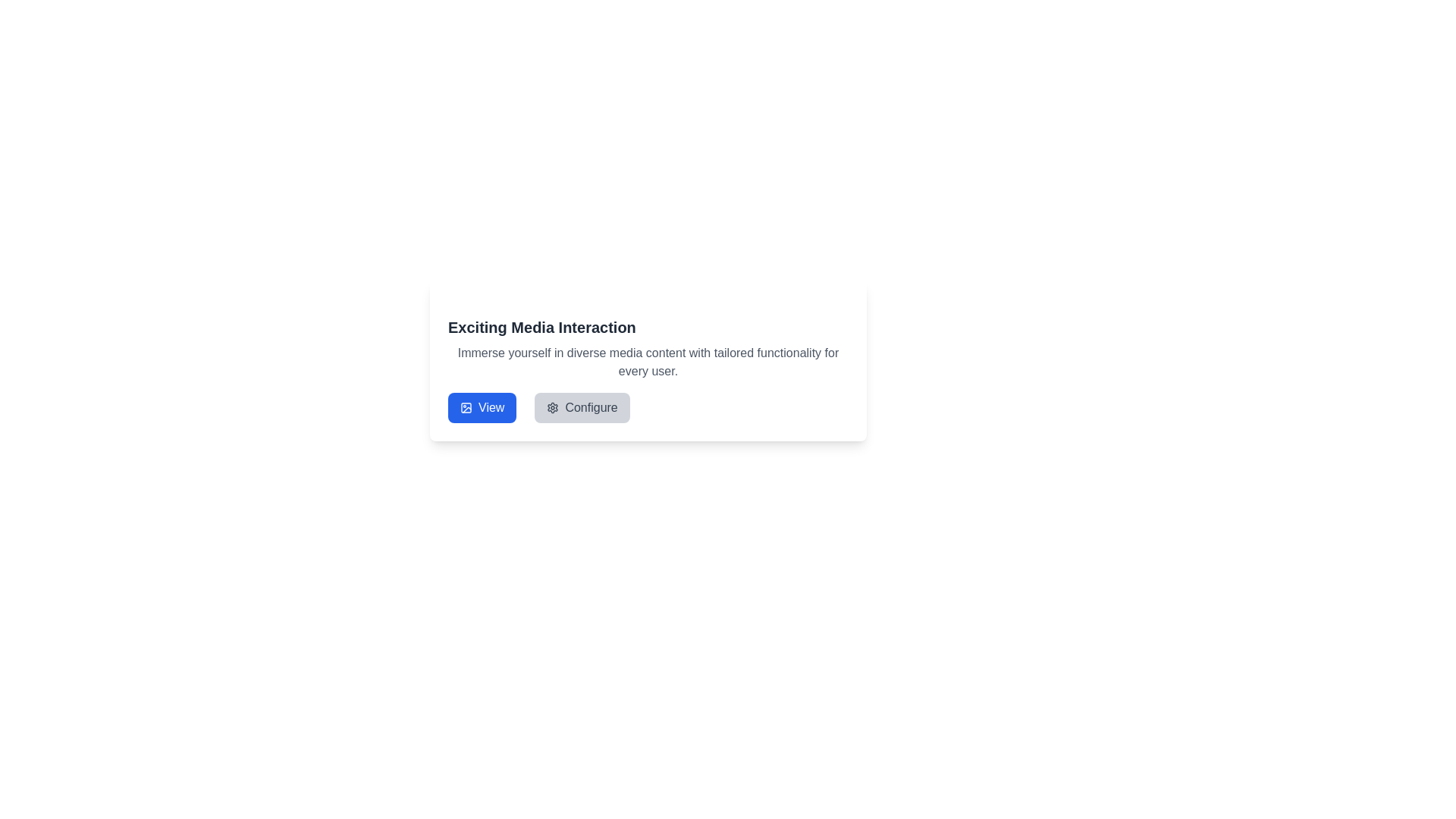 The height and width of the screenshot is (819, 1456). Describe the element at coordinates (465, 406) in the screenshot. I see `the small SVG icon depicting an image located within the blue button labeled 'View' at the bottom-left corner of the card` at that location.